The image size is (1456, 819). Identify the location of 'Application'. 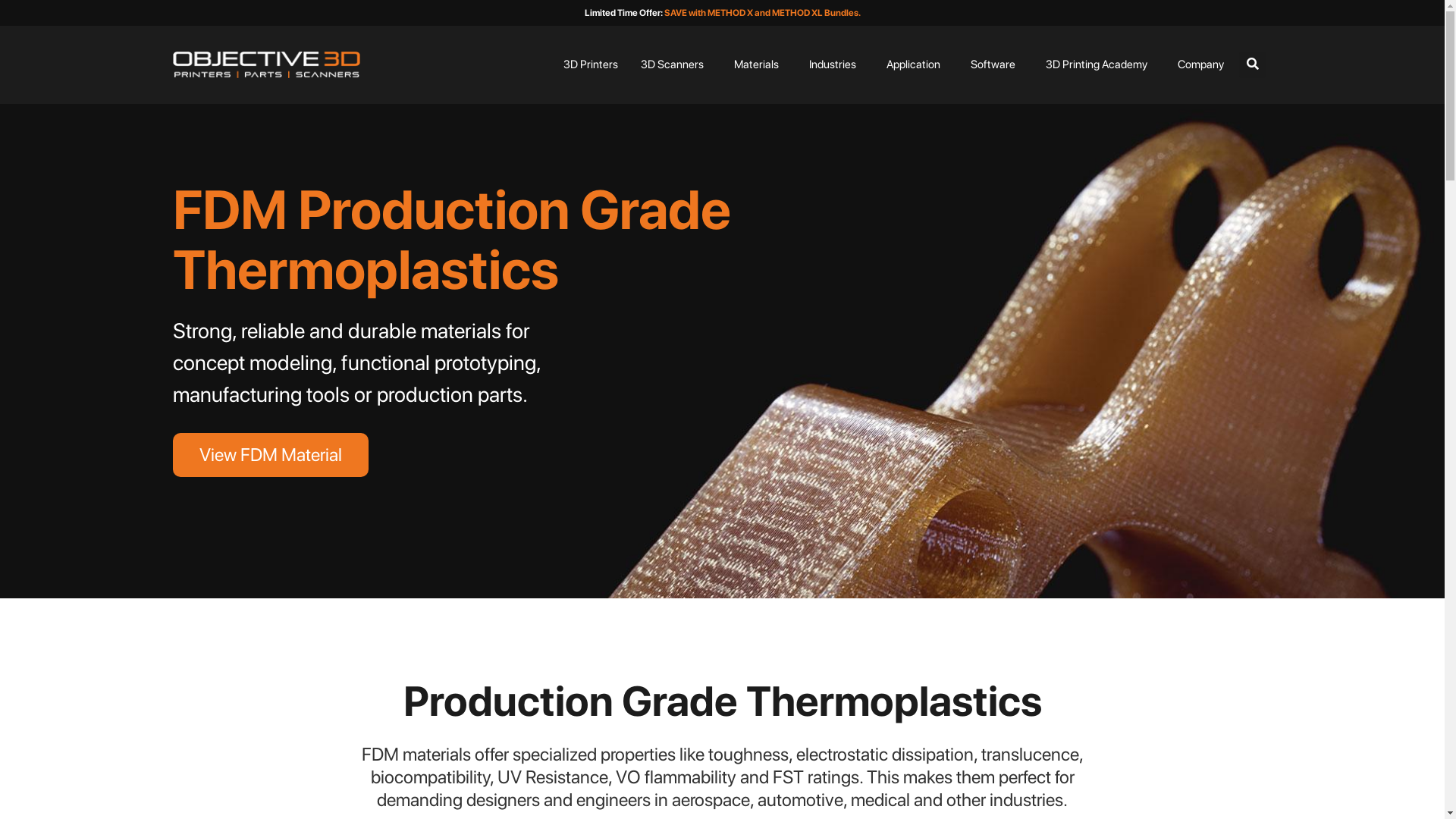
(912, 64).